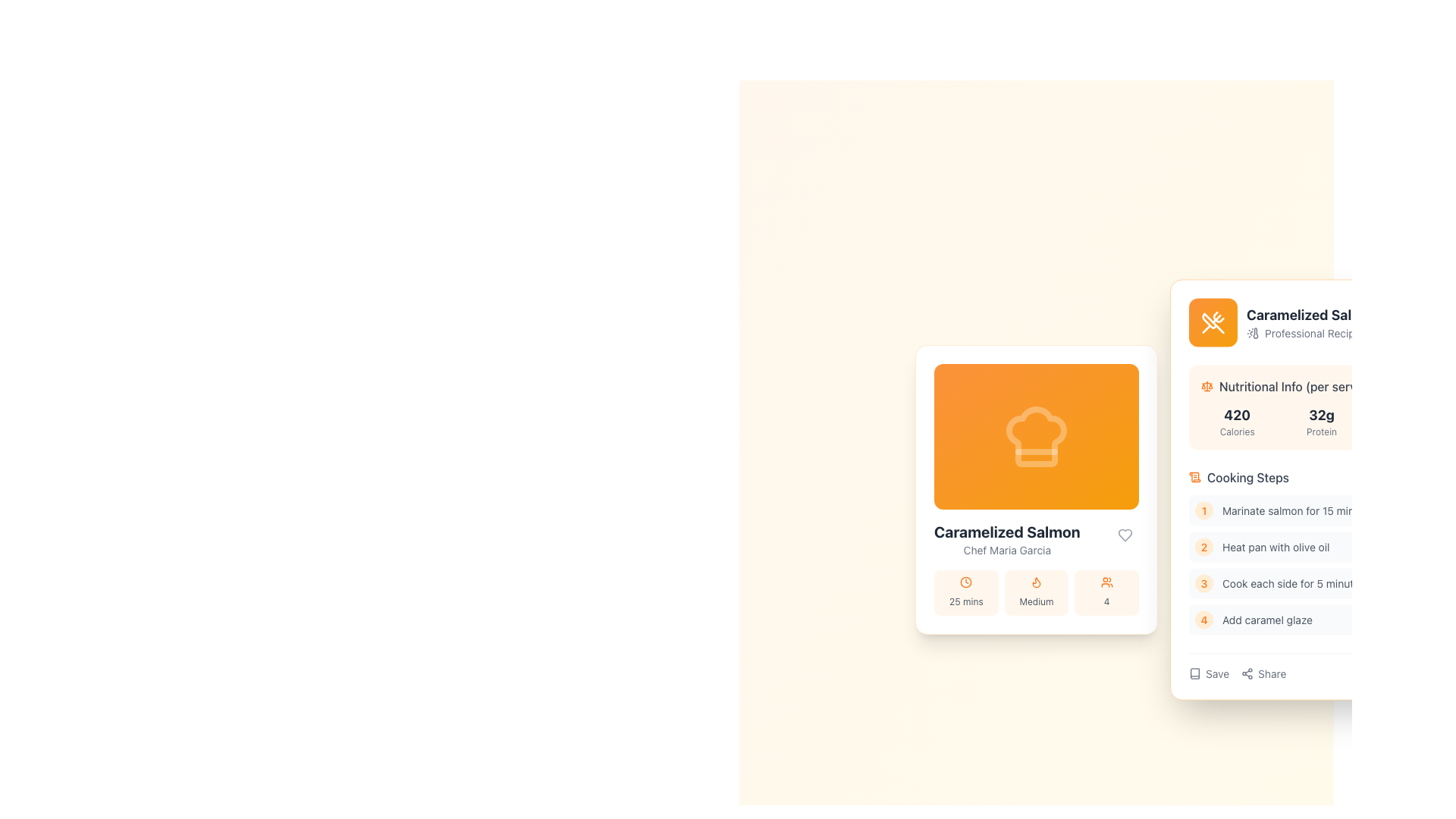  What do you see at coordinates (1237, 421) in the screenshot?
I see `the static text label displaying '420 Calories' in the Nutritional Info section, which is located in the leftmost column of a three-column grid layout` at bounding box center [1237, 421].